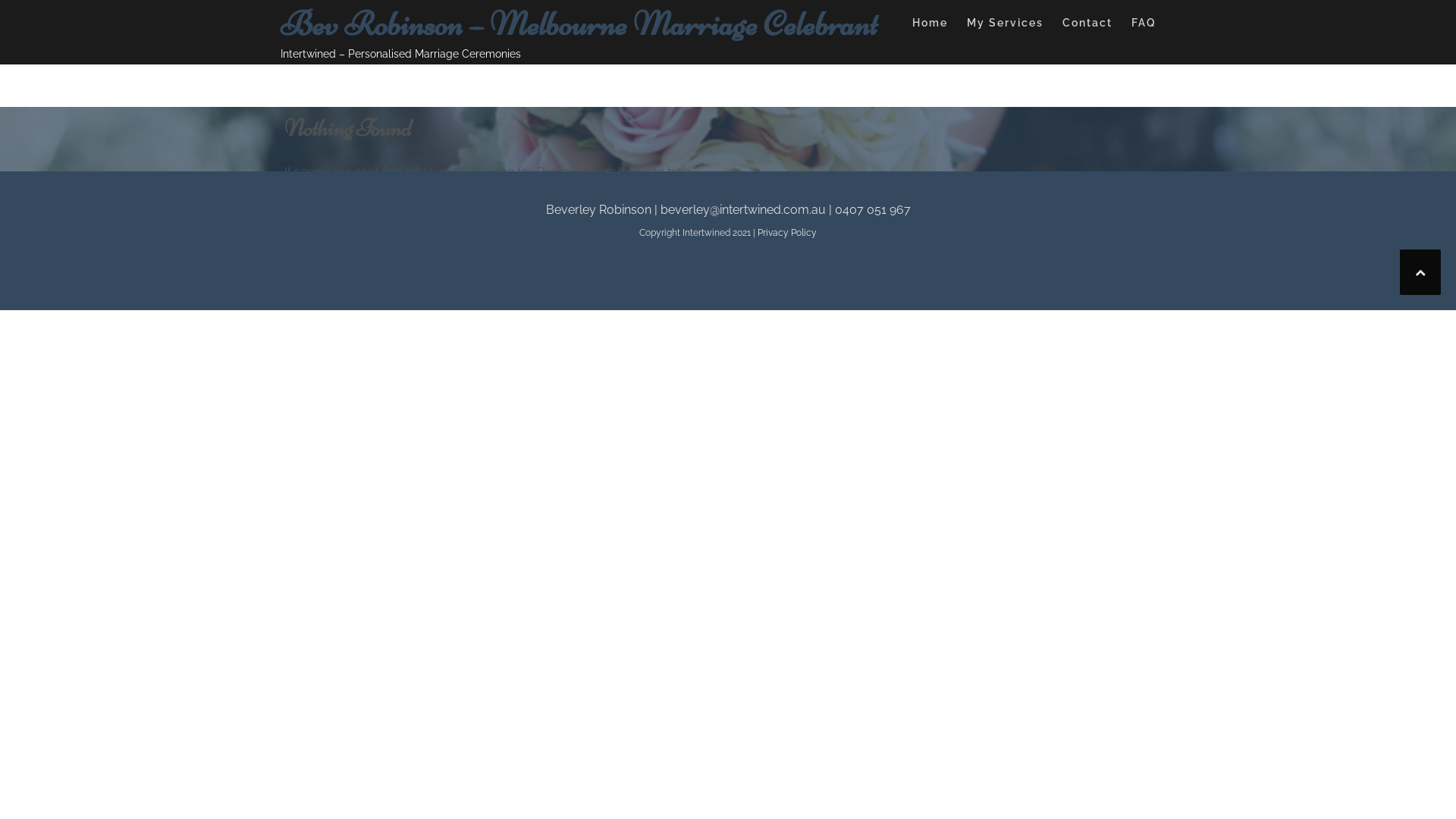  I want to click on 'My Services', so click(1005, 25).